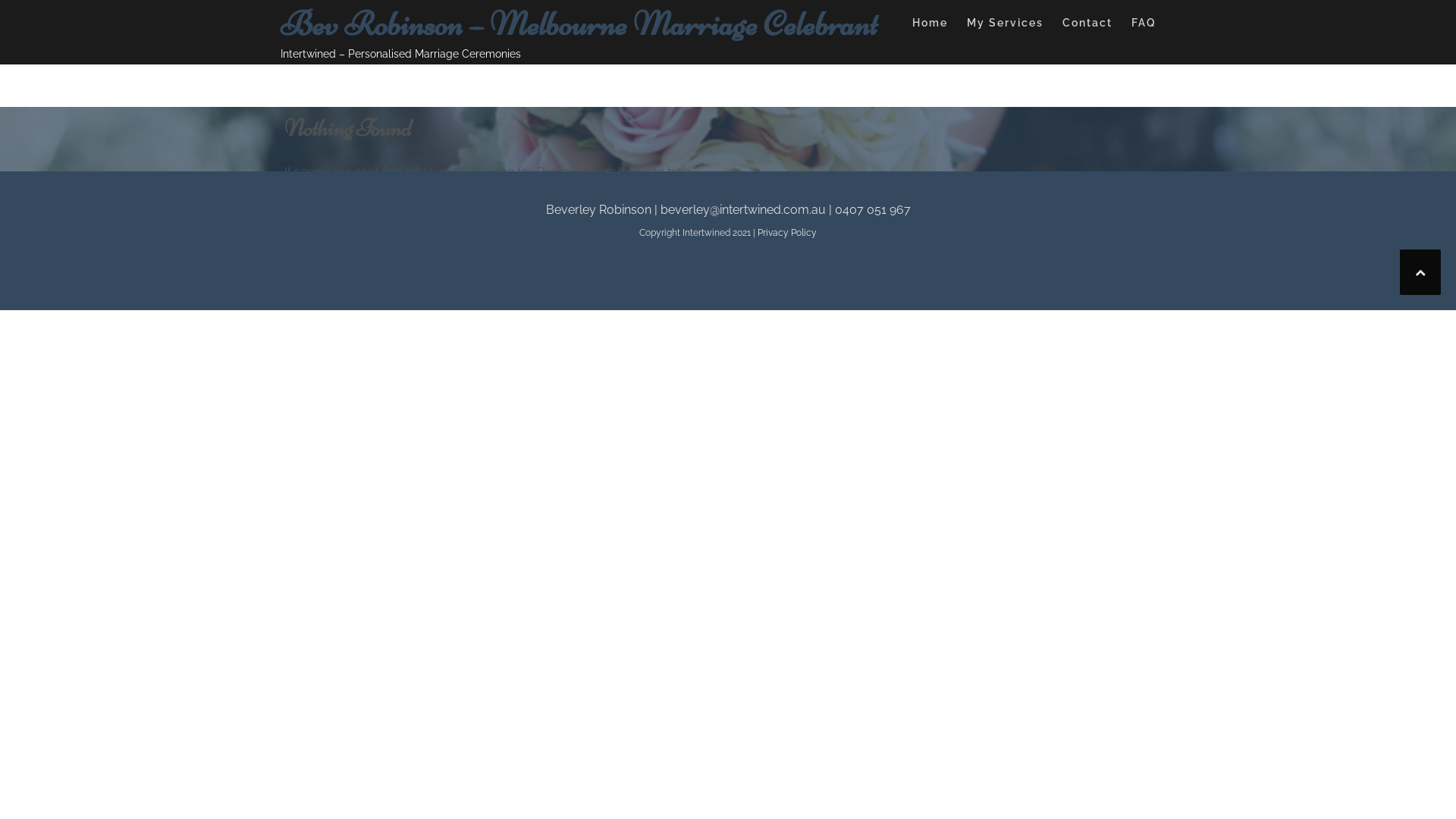  I want to click on 'My Services', so click(1005, 25).